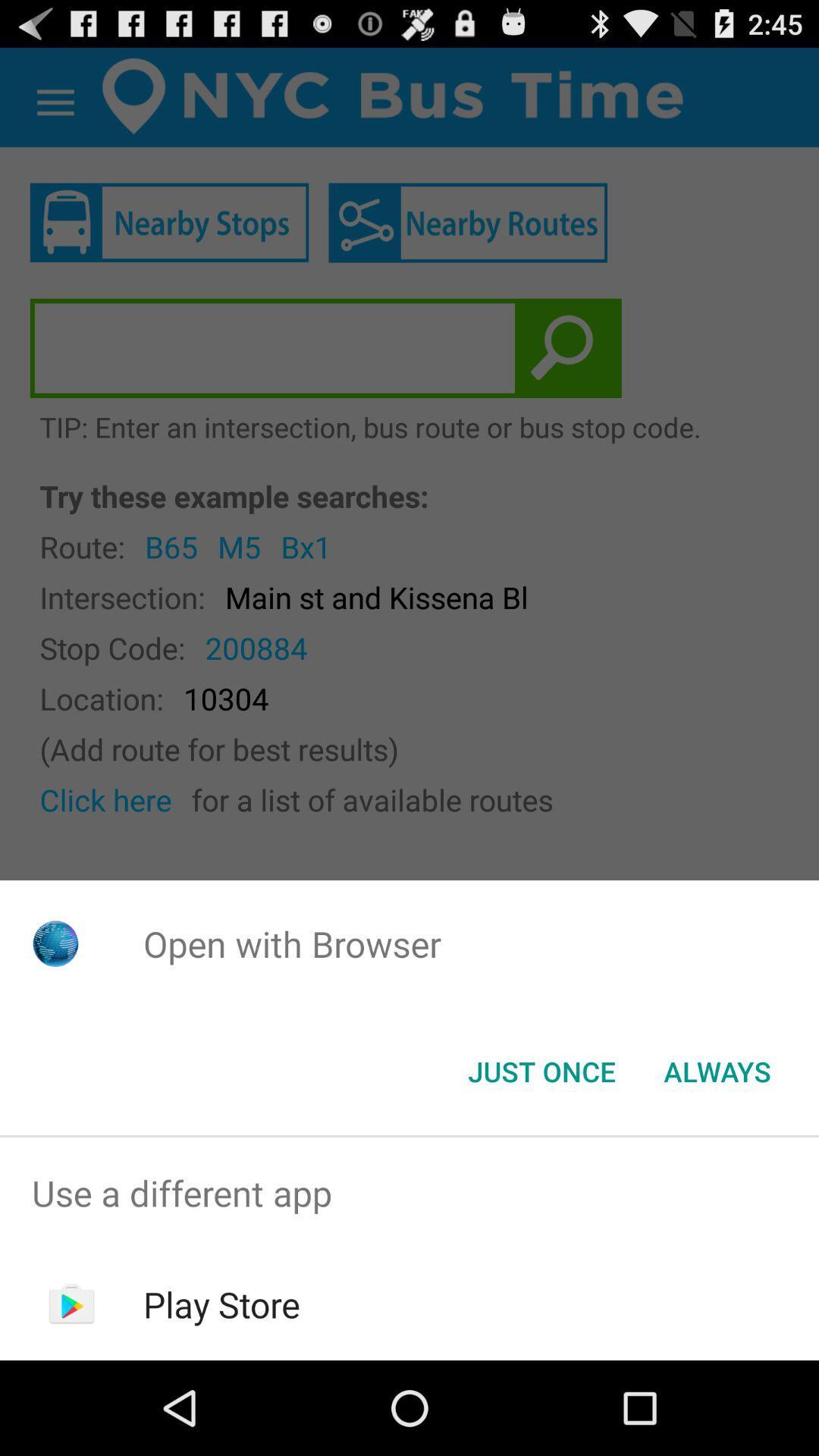  Describe the element at coordinates (717, 1070) in the screenshot. I see `the button at the bottom right corner` at that location.